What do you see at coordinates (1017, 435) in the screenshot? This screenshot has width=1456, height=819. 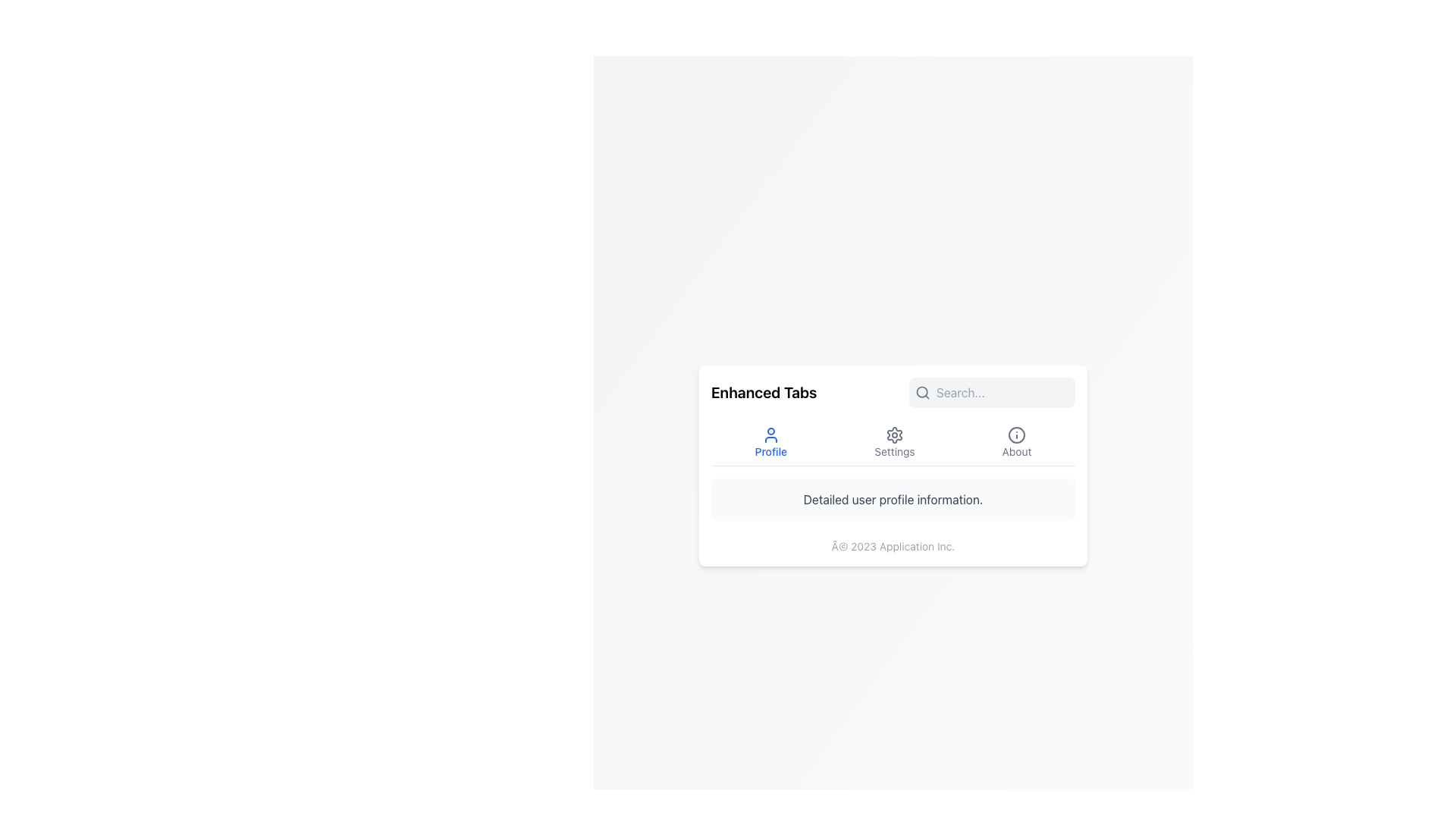 I see `the circular information icon containing an 'i' symbol` at bounding box center [1017, 435].